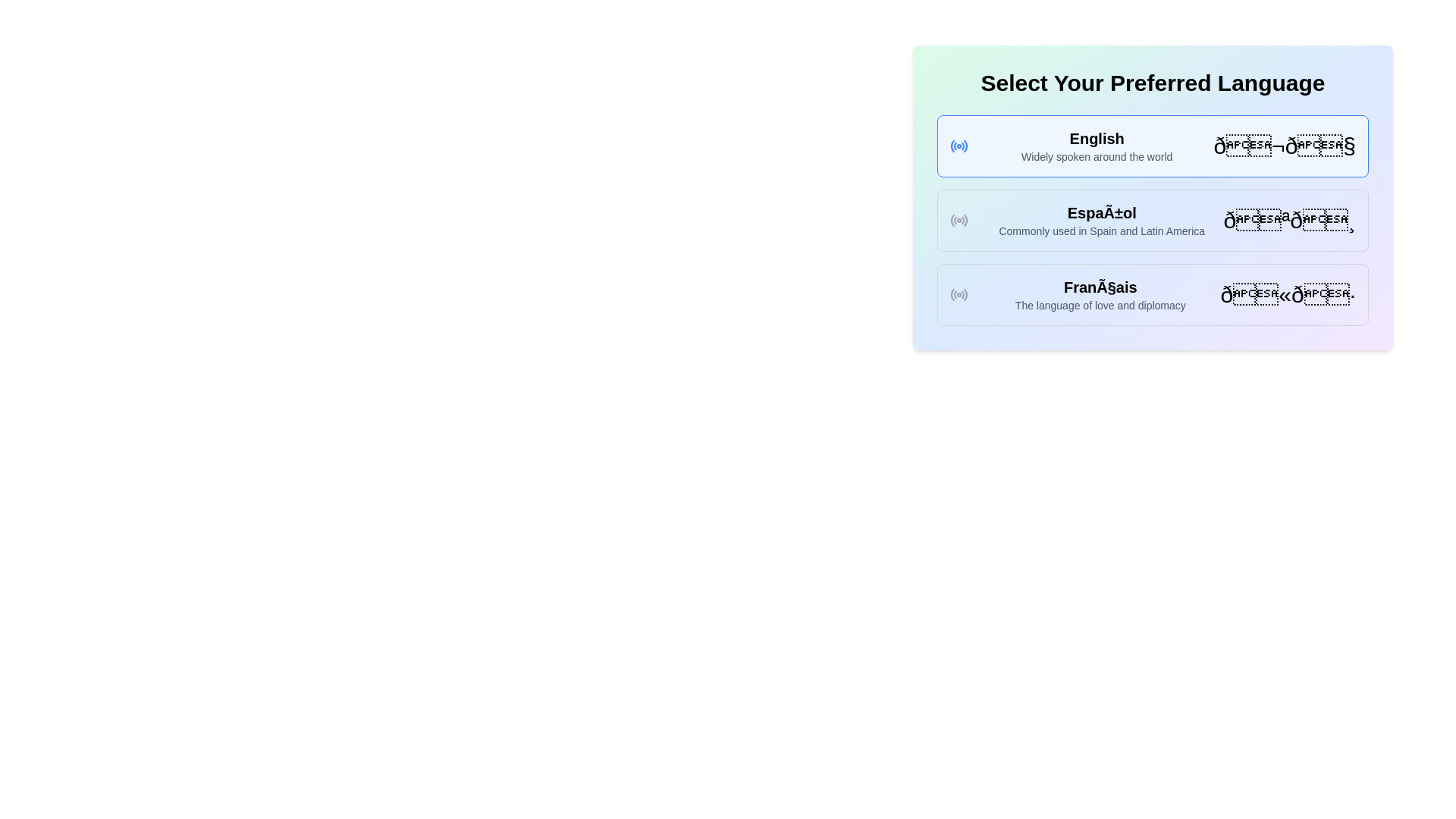 The width and height of the screenshot is (1456, 819). What do you see at coordinates (1153, 197) in the screenshot?
I see `the second selectable language option in the list` at bounding box center [1153, 197].